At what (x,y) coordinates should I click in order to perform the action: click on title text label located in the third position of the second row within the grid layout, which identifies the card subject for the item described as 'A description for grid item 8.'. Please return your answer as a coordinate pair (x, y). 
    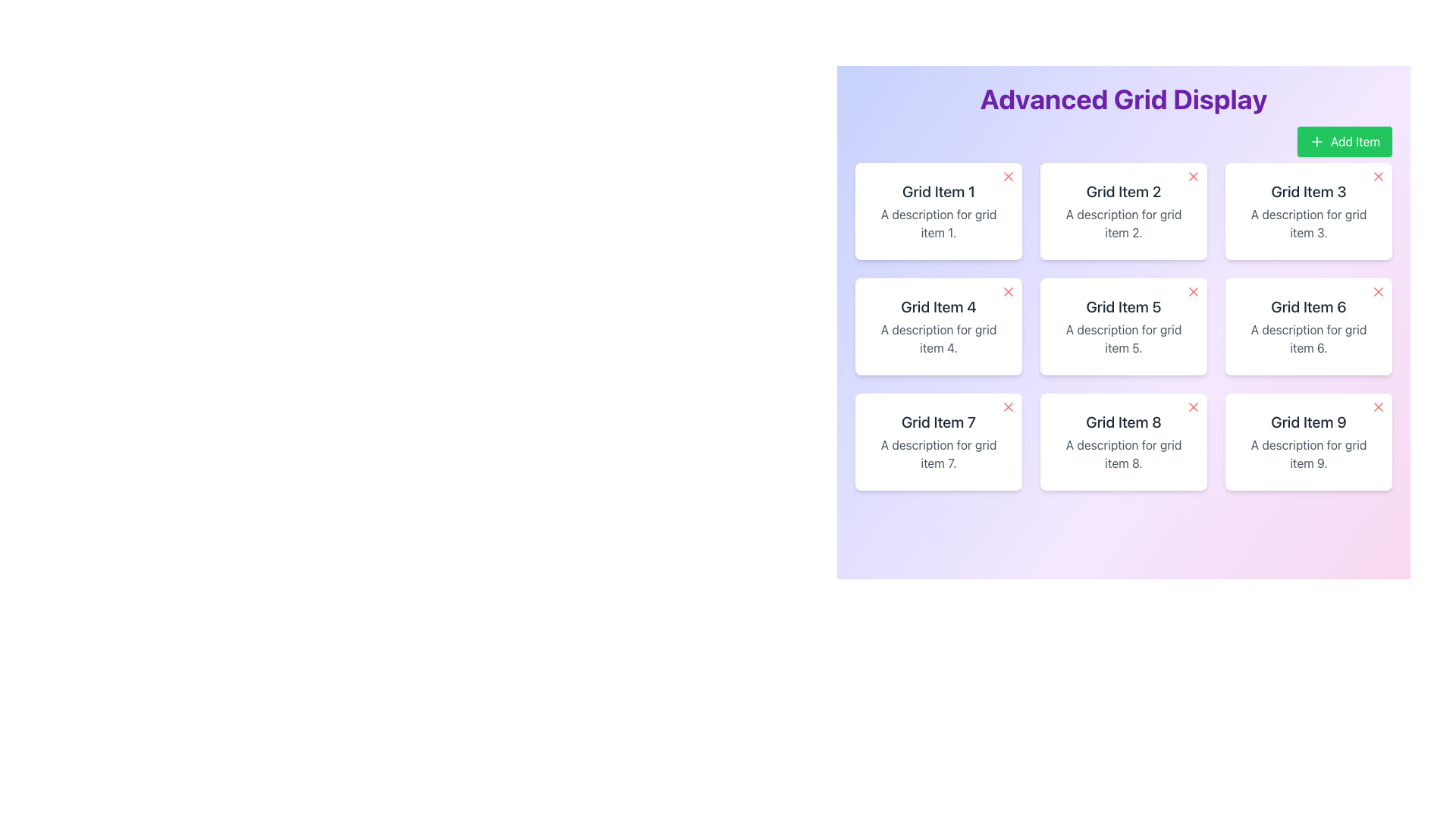
    Looking at the image, I should click on (1124, 422).